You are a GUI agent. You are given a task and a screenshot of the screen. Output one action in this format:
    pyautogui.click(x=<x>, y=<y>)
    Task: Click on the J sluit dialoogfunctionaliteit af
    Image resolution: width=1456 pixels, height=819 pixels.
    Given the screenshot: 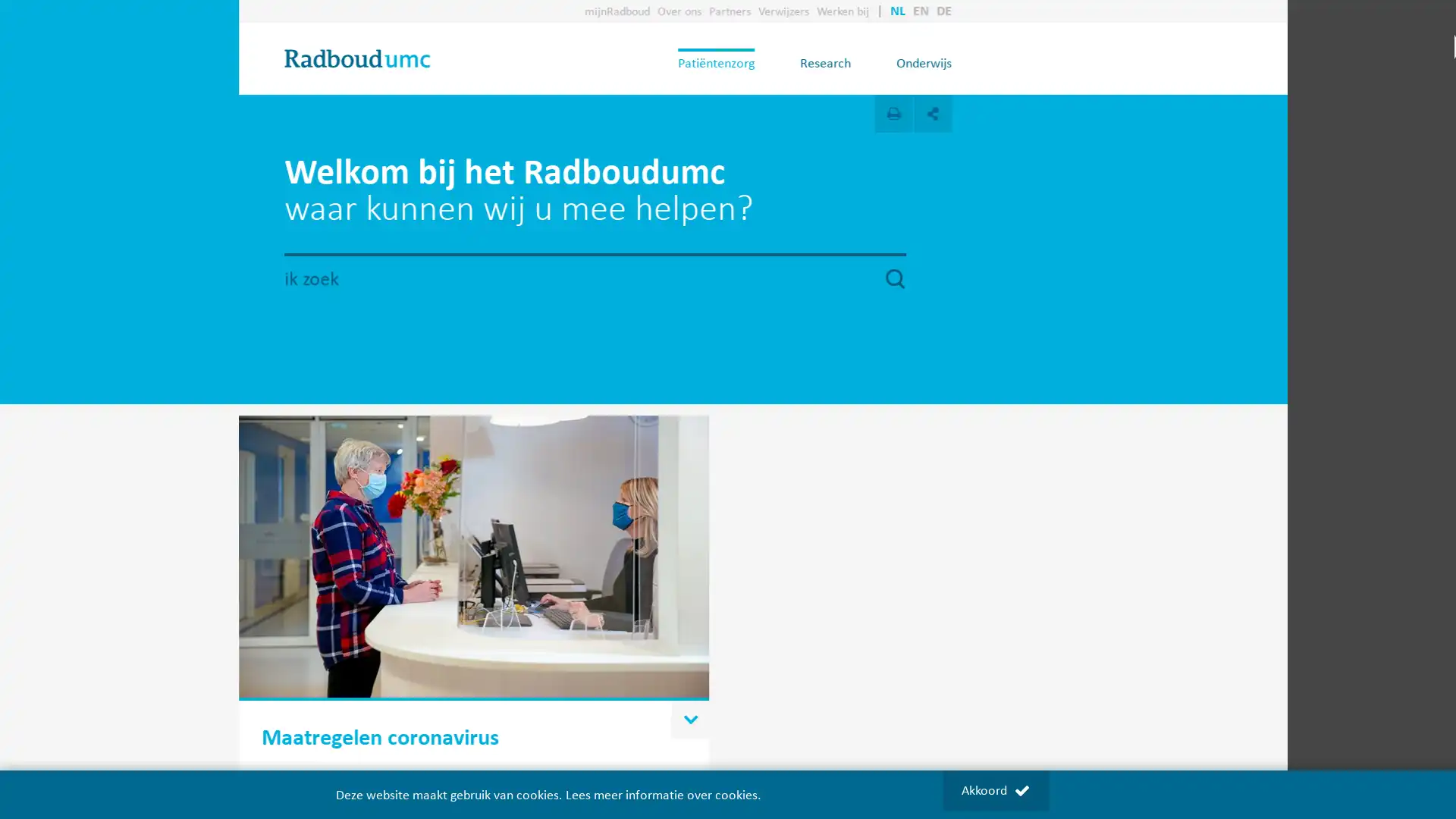 What is the action you would take?
    pyautogui.click(x=949, y=99)
    